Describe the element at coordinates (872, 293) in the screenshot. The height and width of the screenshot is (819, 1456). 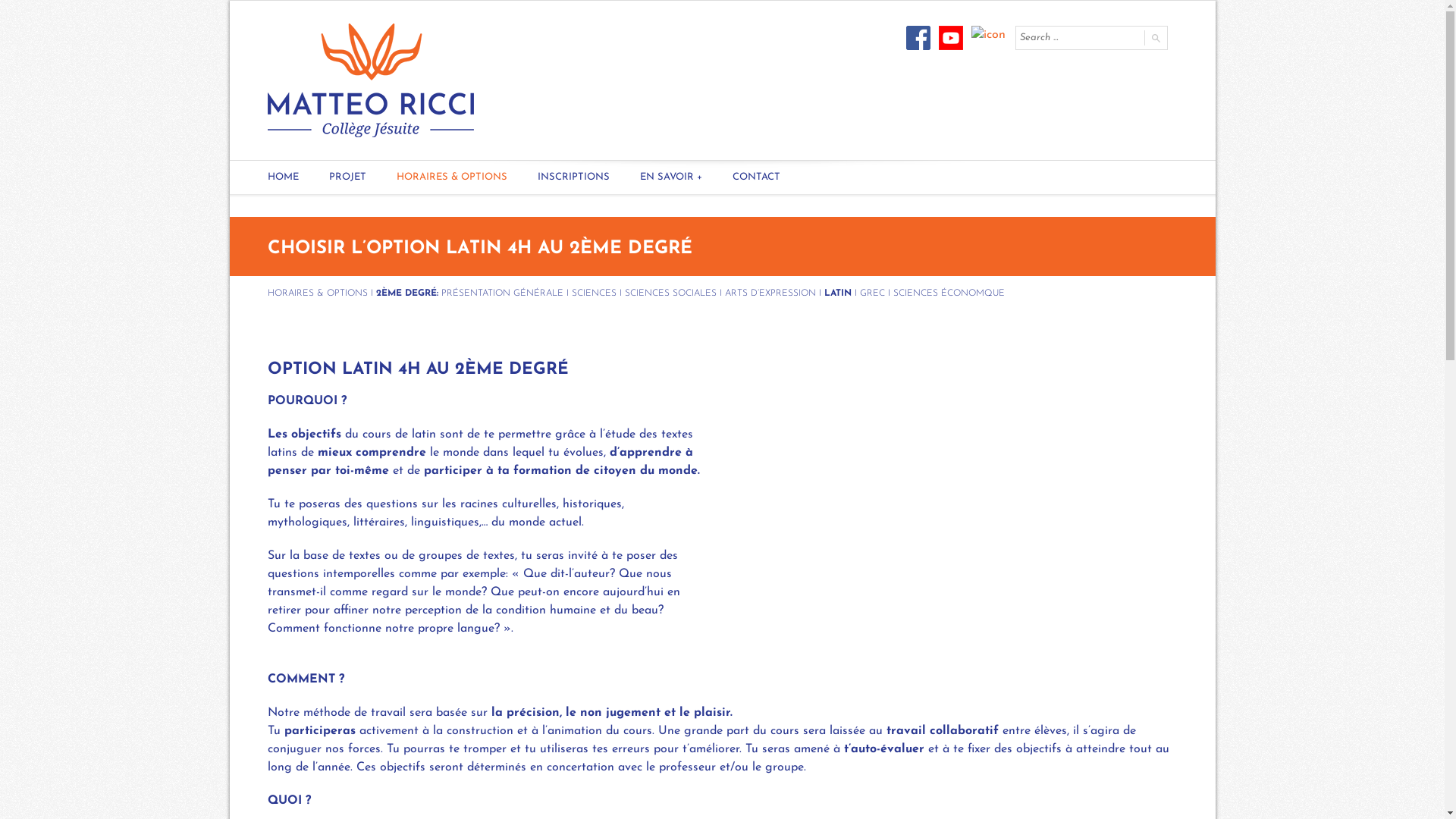
I see `'GREC'` at that location.